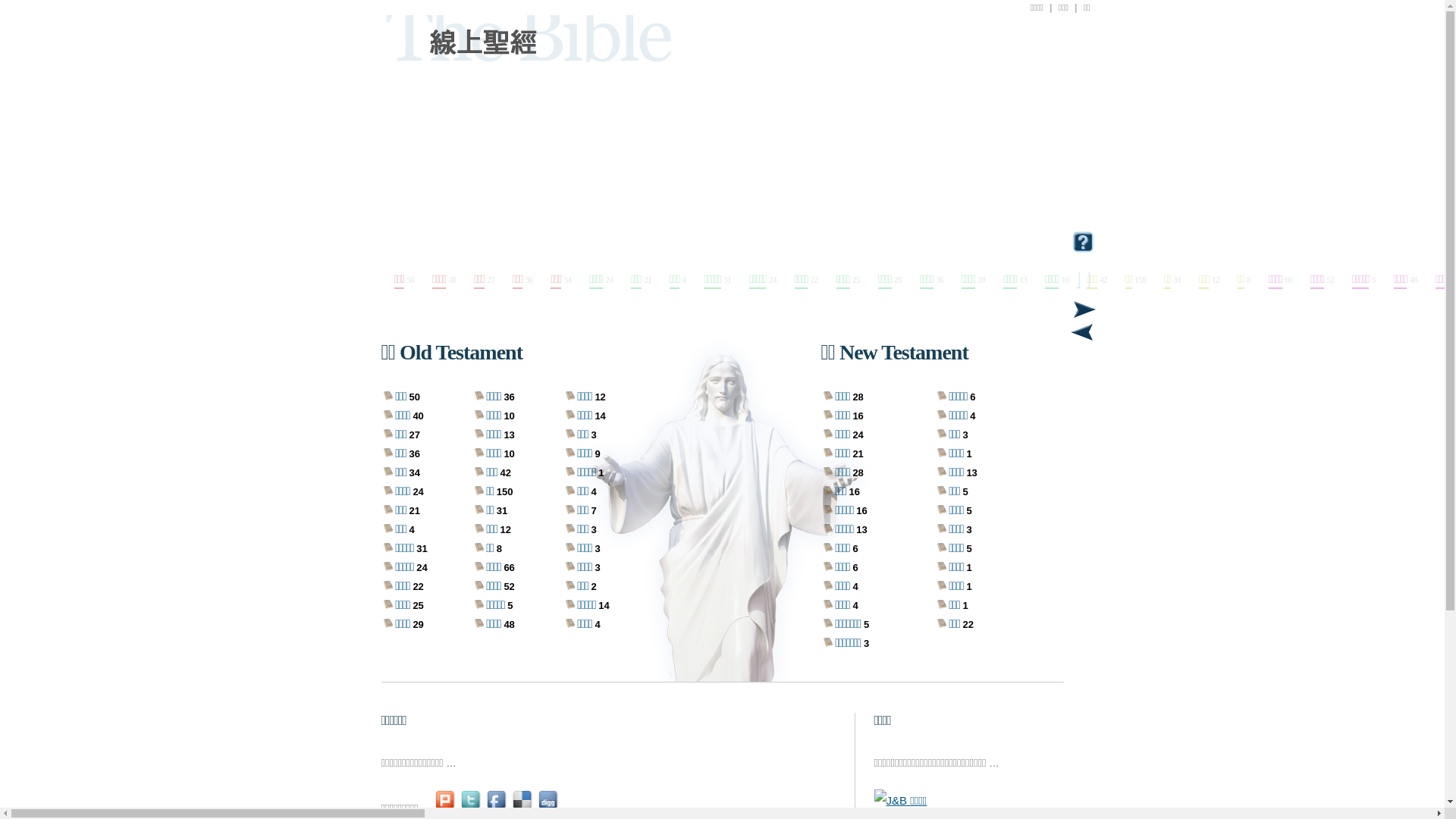 The width and height of the screenshot is (1456, 819). What do you see at coordinates (471, 807) in the screenshot?
I see `'Twitter'` at bounding box center [471, 807].